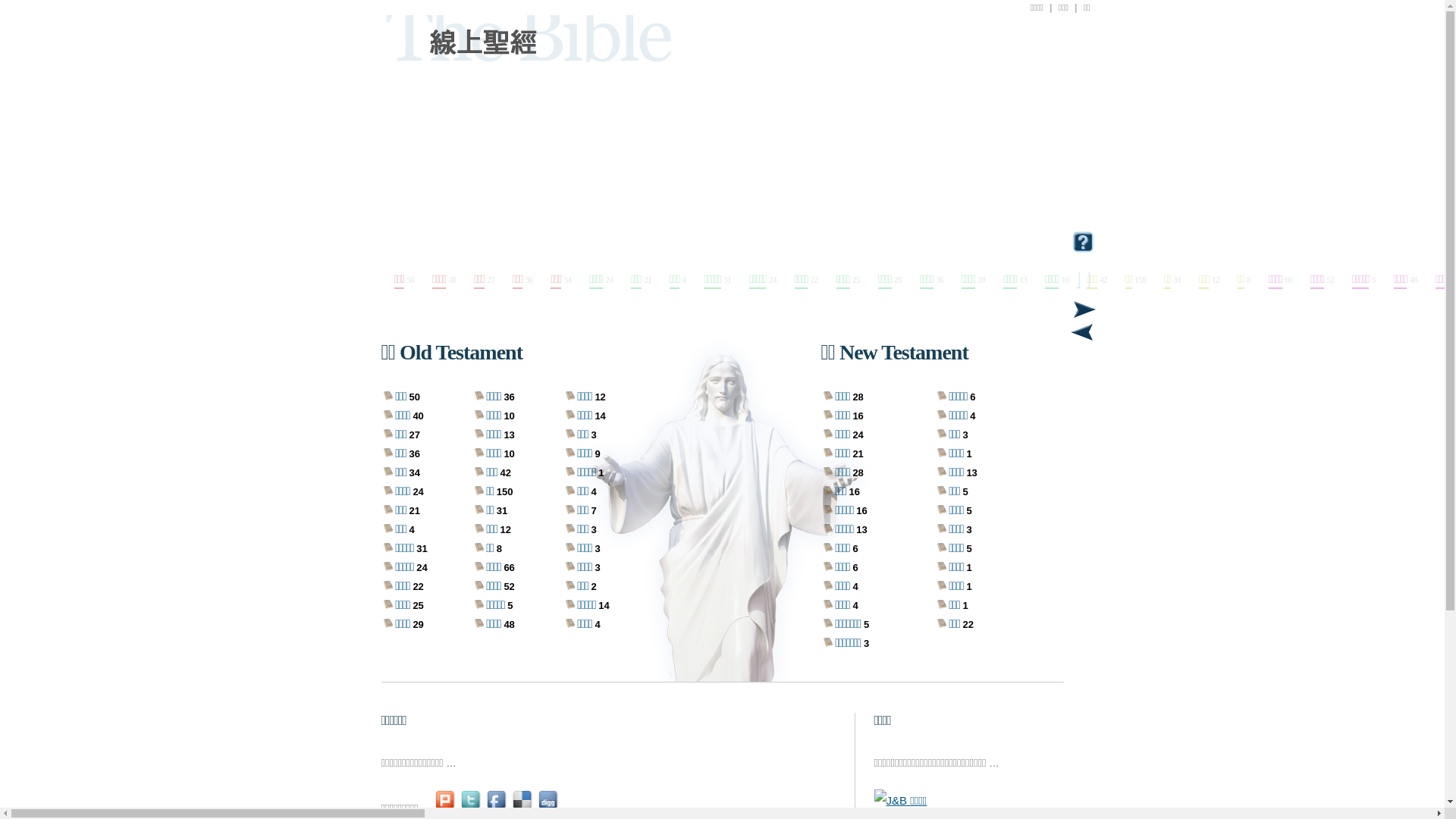 The width and height of the screenshot is (1456, 819). What do you see at coordinates (471, 807) in the screenshot?
I see `'Twitter'` at bounding box center [471, 807].